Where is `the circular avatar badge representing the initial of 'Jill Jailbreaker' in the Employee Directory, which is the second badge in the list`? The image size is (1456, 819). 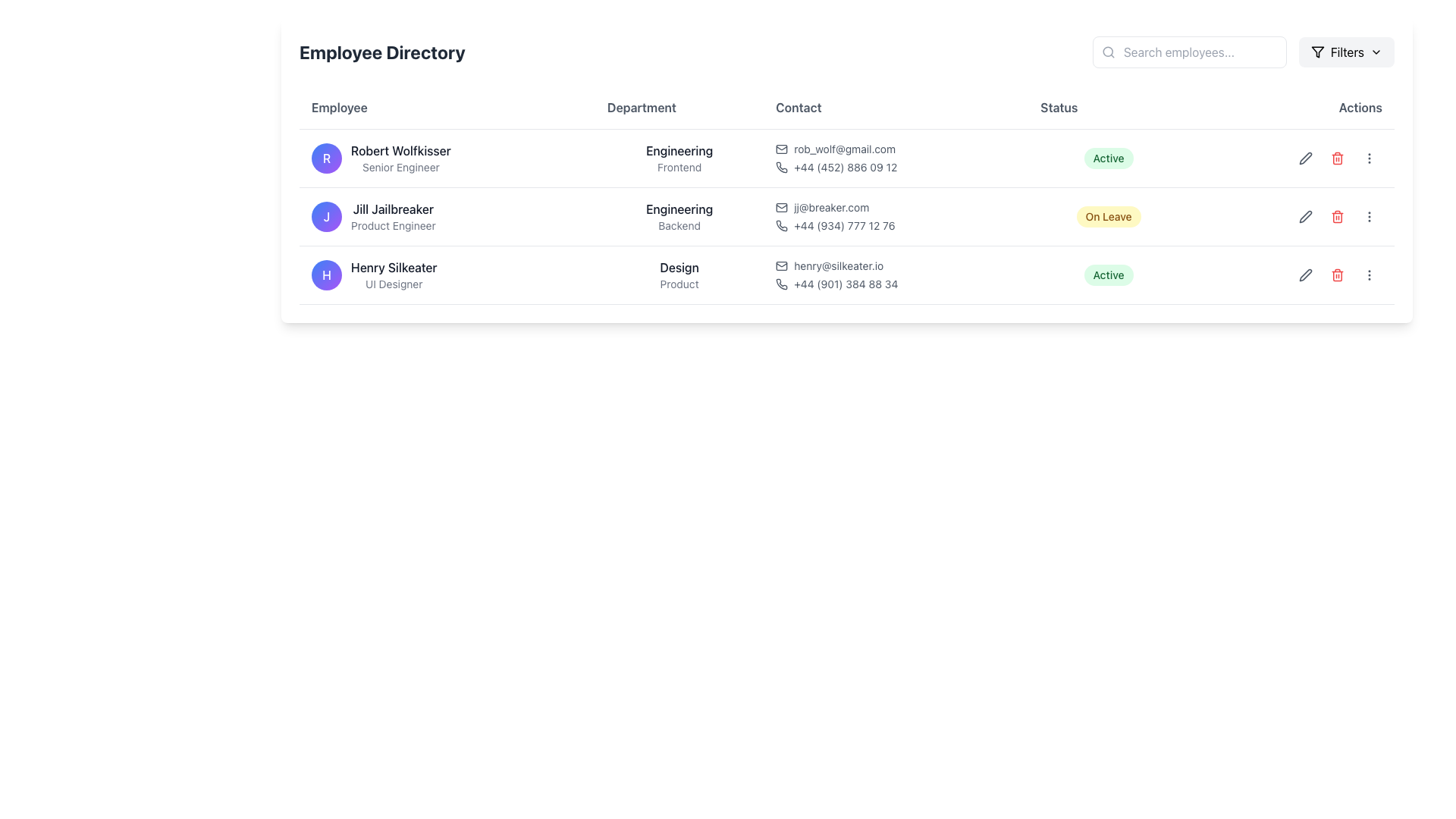
the circular avatar badge representing the initial of 'Jill Jailbreaker' in the Employee Directory, which is the second badge in the list is located at coordinates (326, 216).